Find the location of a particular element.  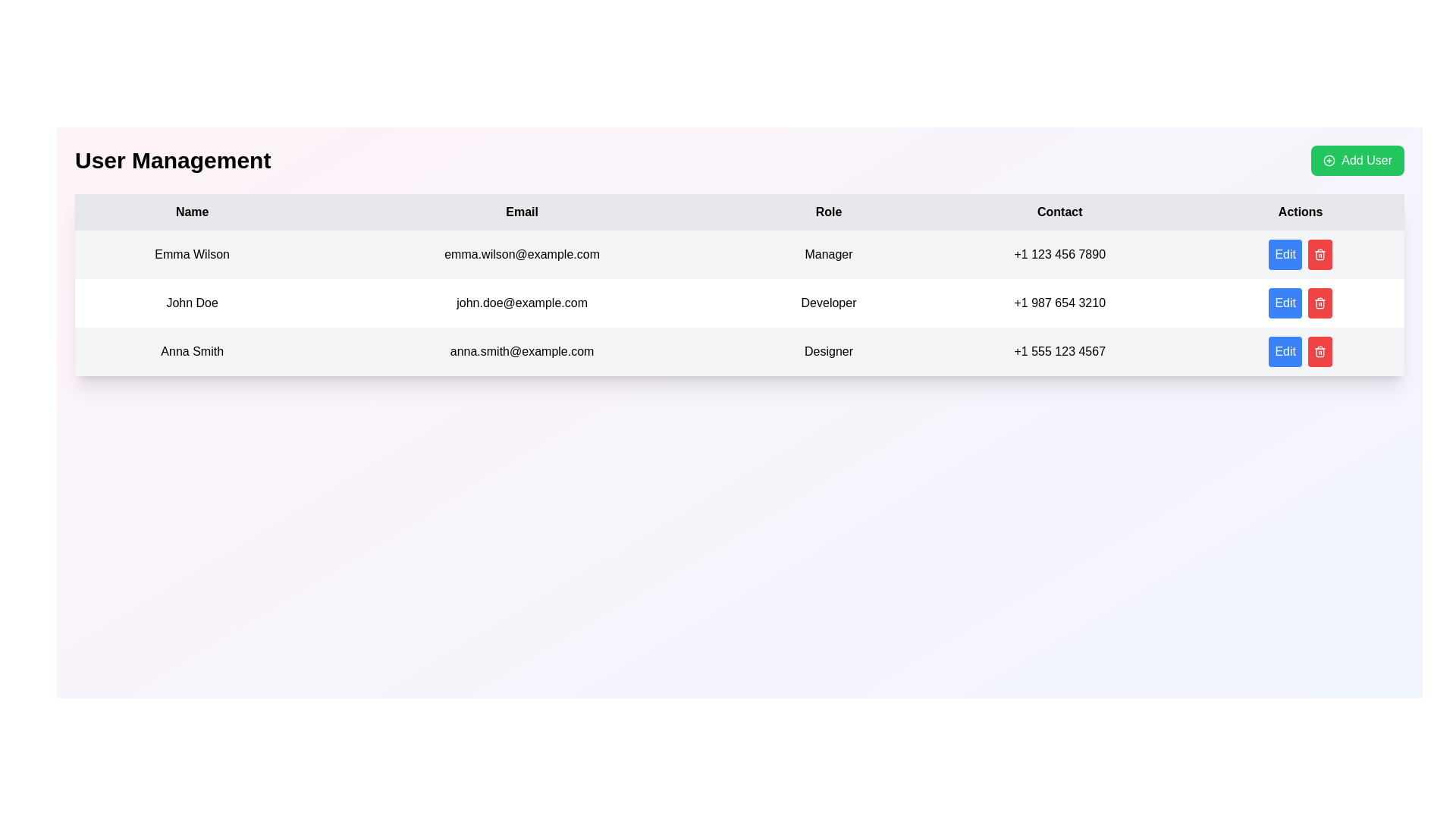

the text label element displaying 'John Doe' in the second row of the table under the 'Name' column is located at coordinates (191, 303).